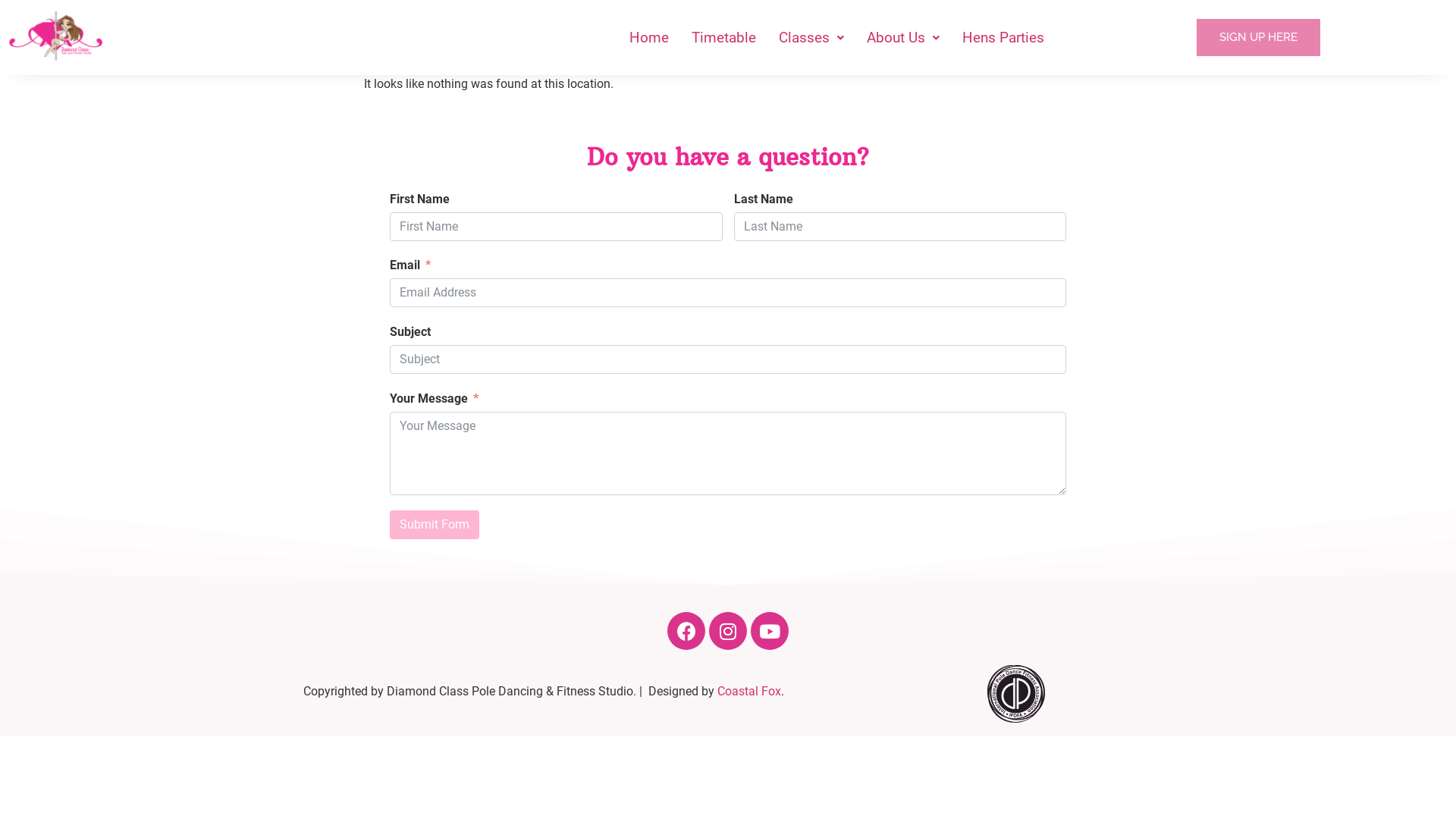 This screenshot has width=1456, height=819. I want to click on 'Classes', so click(811, 36).